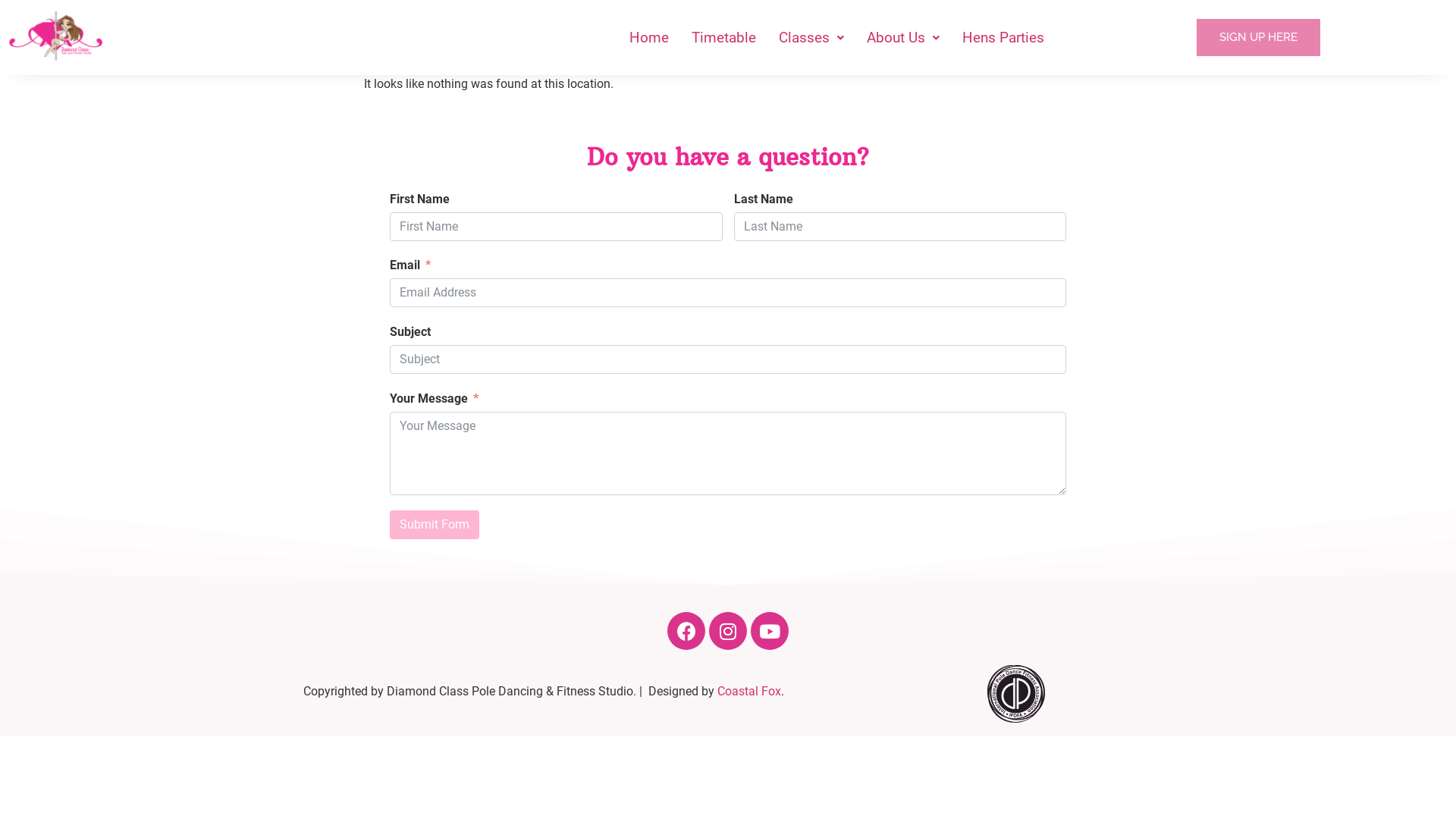 This screenshot has width=1456, height=819. I want to click on 'Classes', so click(811, 36).